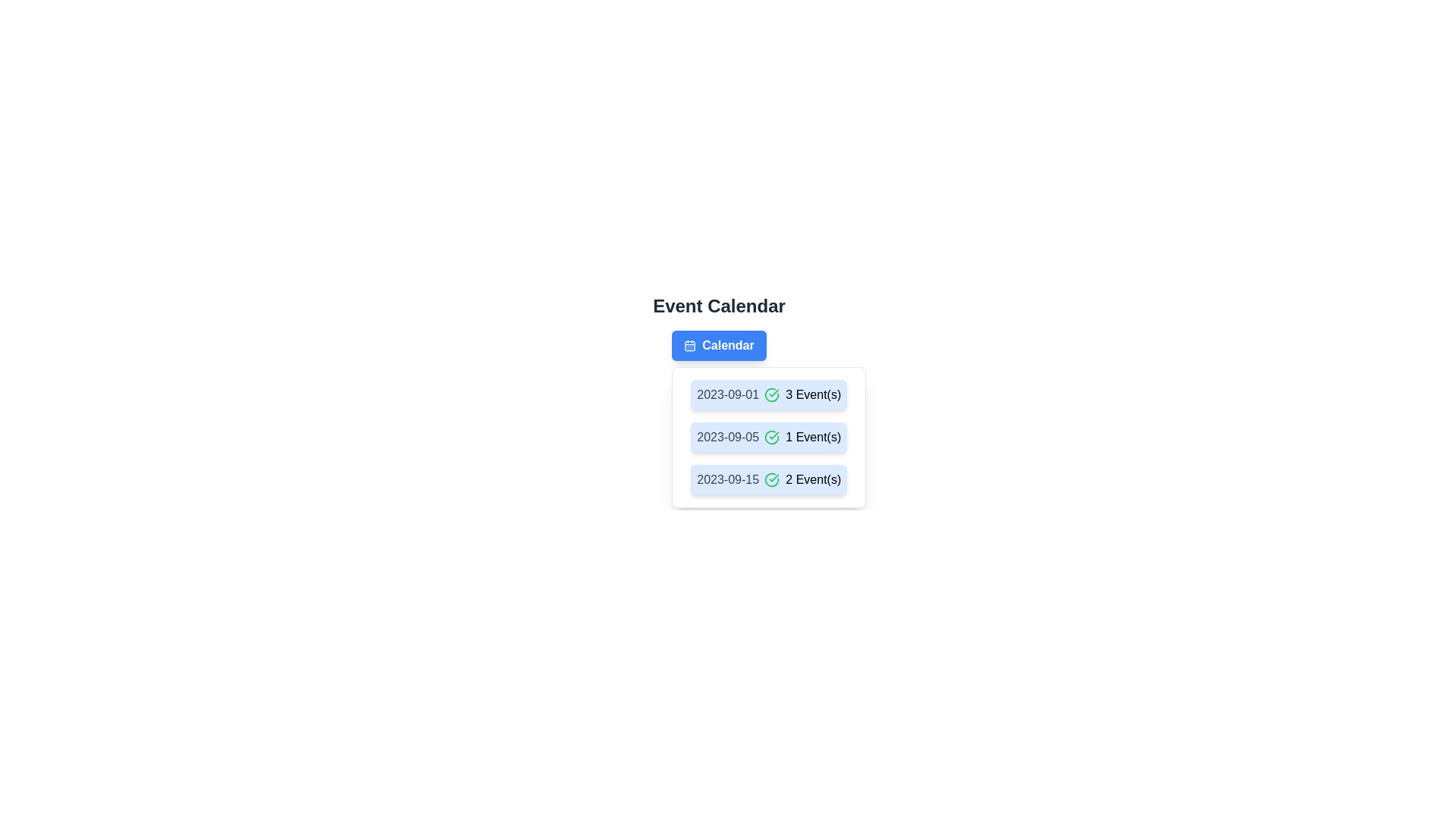 This screenshot has height=819, width=1456. Describe the element at coordinates (769, 438) in the screenshot. I see `the List item displaying the date '2023-09-05' with '1 Event(s)' and a green circular check icon, located in the middle of the vertically-stacked list` at that location.